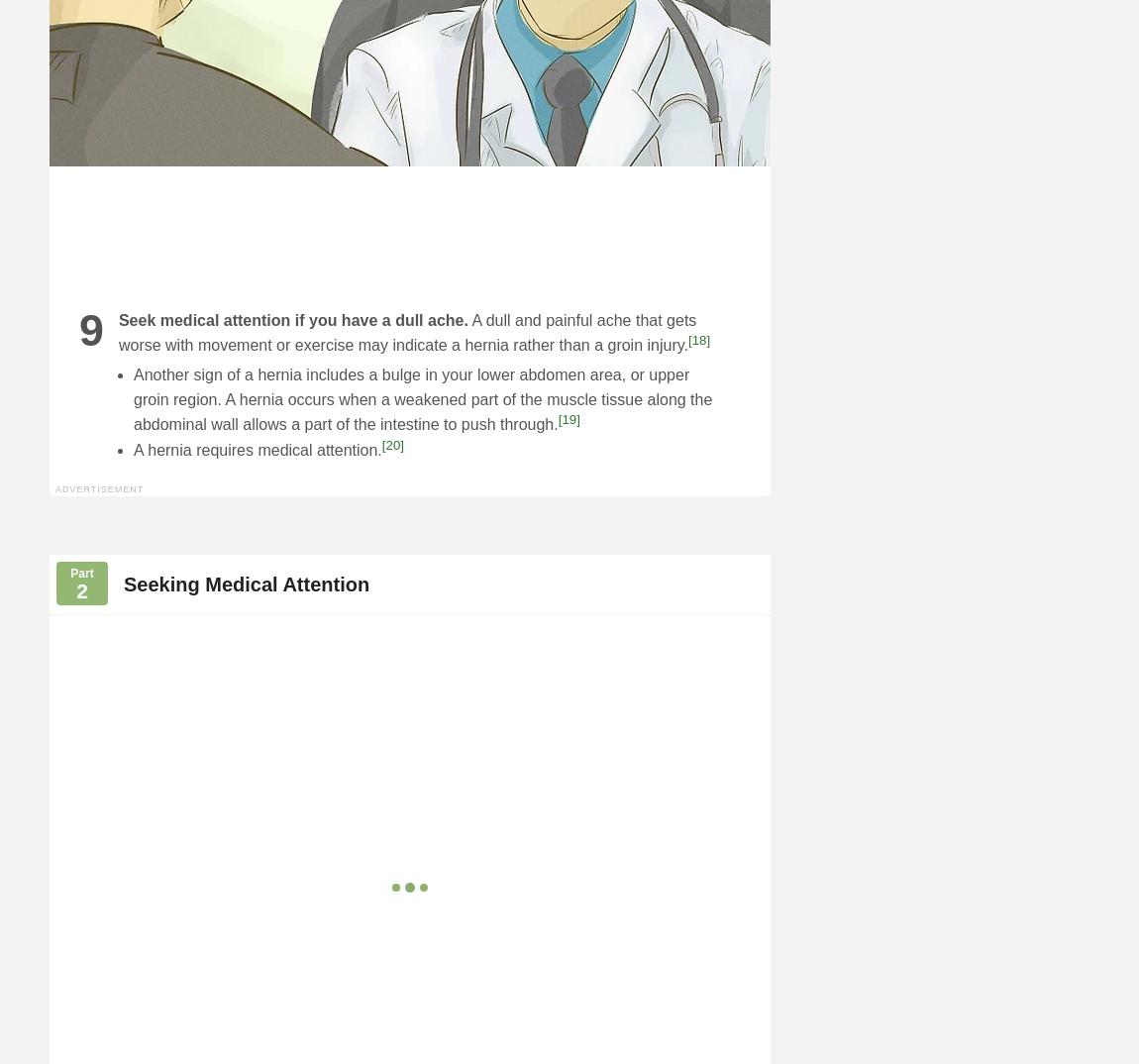  I want to click on '[19]', so click(568, 419).